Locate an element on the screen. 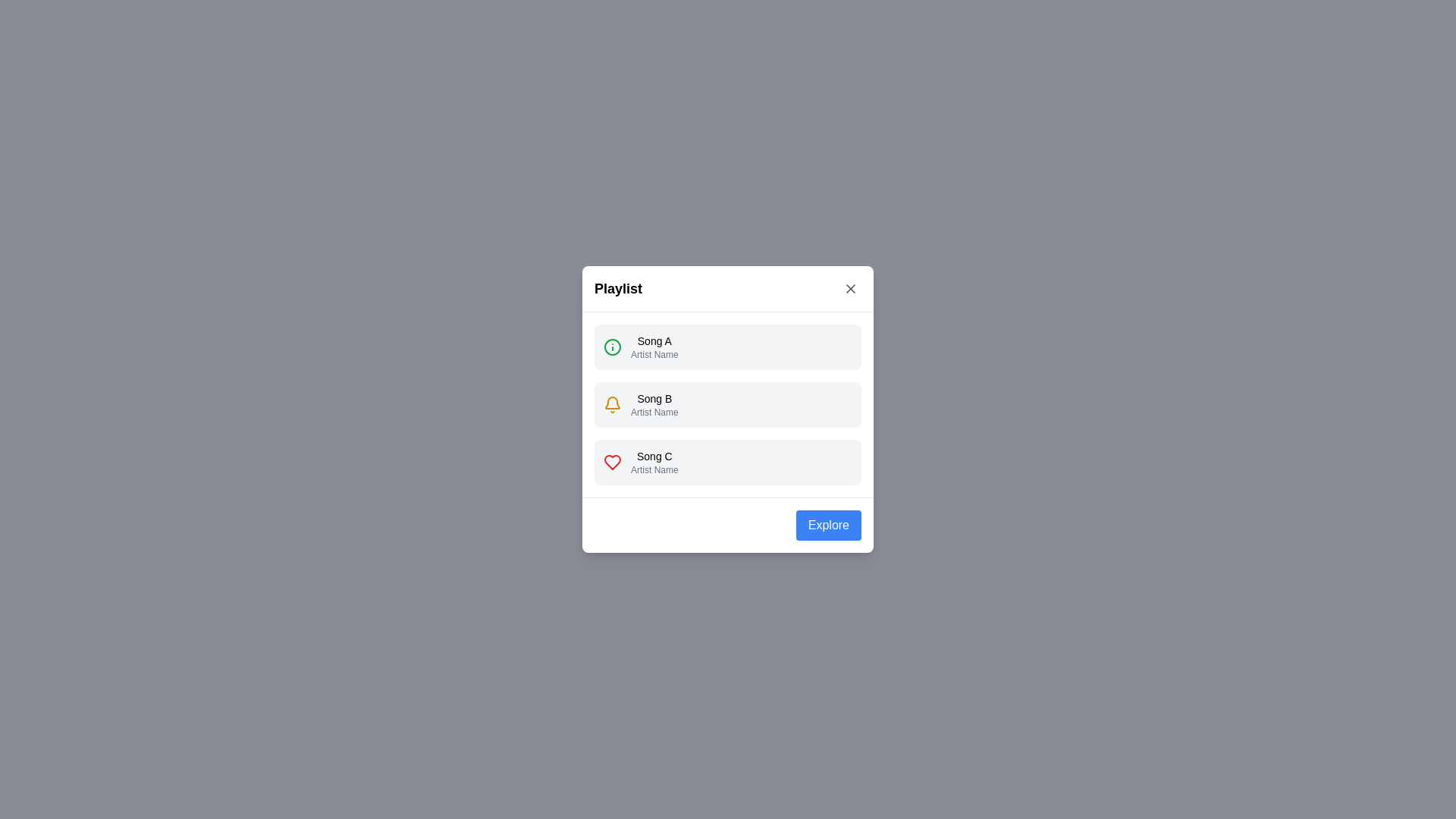 The width and height of the screenshot is (1456, 819). the close button located at the top-right corner of the 'Playlist' card is located at coordinates (851, 289).